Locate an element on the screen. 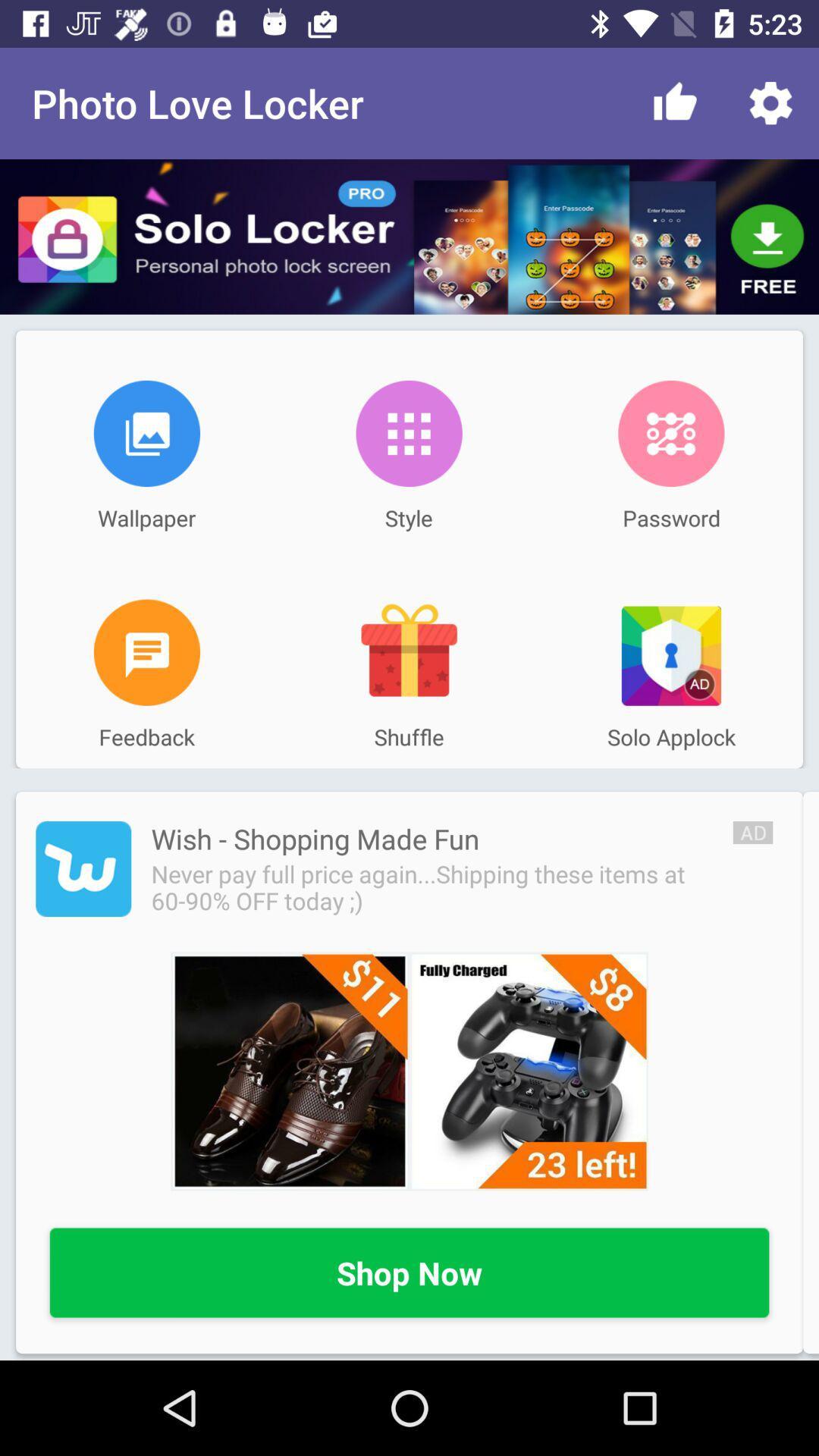  icon to the left of shuffle is located at coordinates (146, 652).